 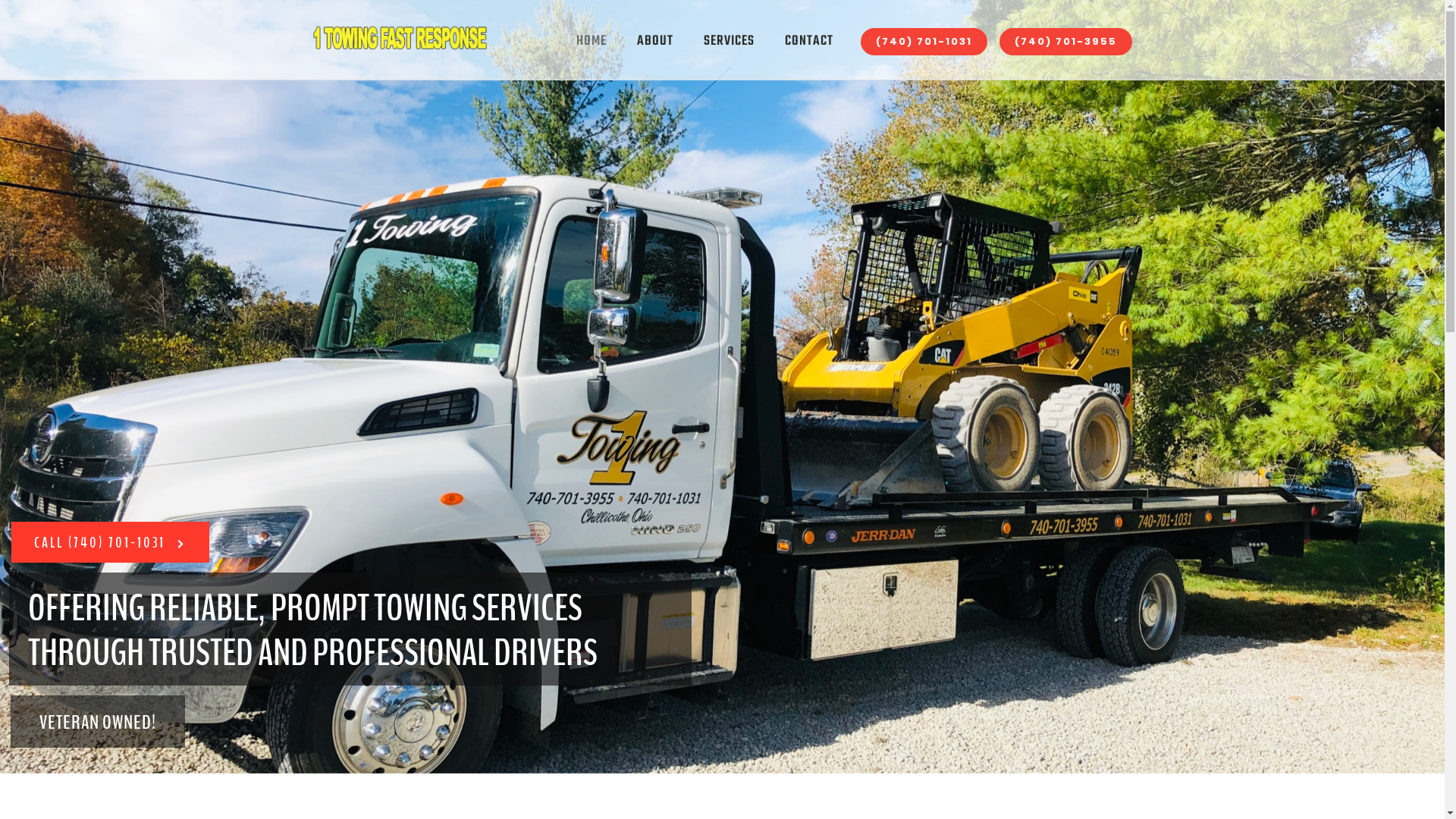 I want to click on 'SERVICES', so click(x=687, y=40).